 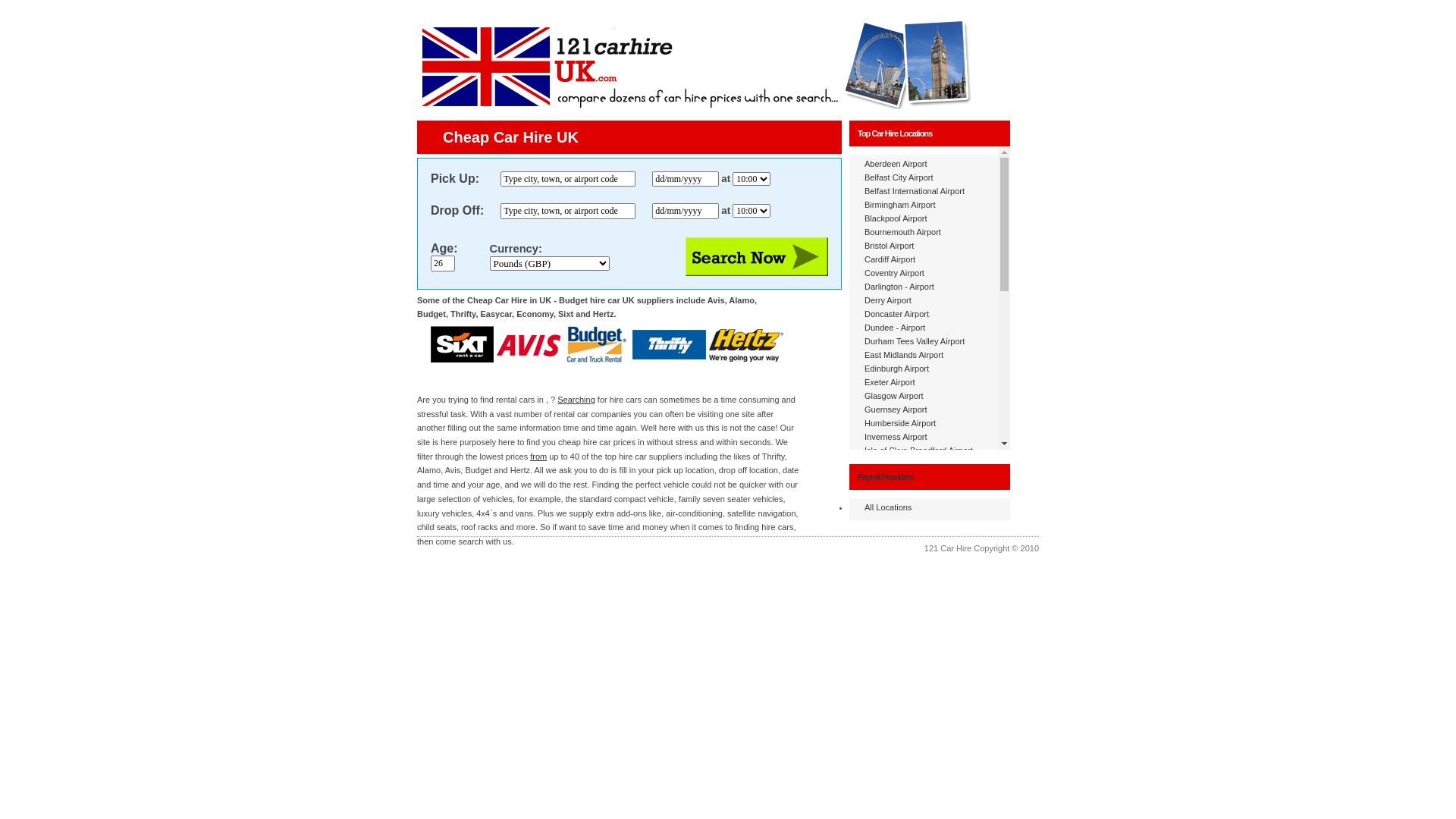 What do you see at coordinates (894, 394) in the screenshot?
I see `'Glasgow Airport'` at bounding box center [894, 394].